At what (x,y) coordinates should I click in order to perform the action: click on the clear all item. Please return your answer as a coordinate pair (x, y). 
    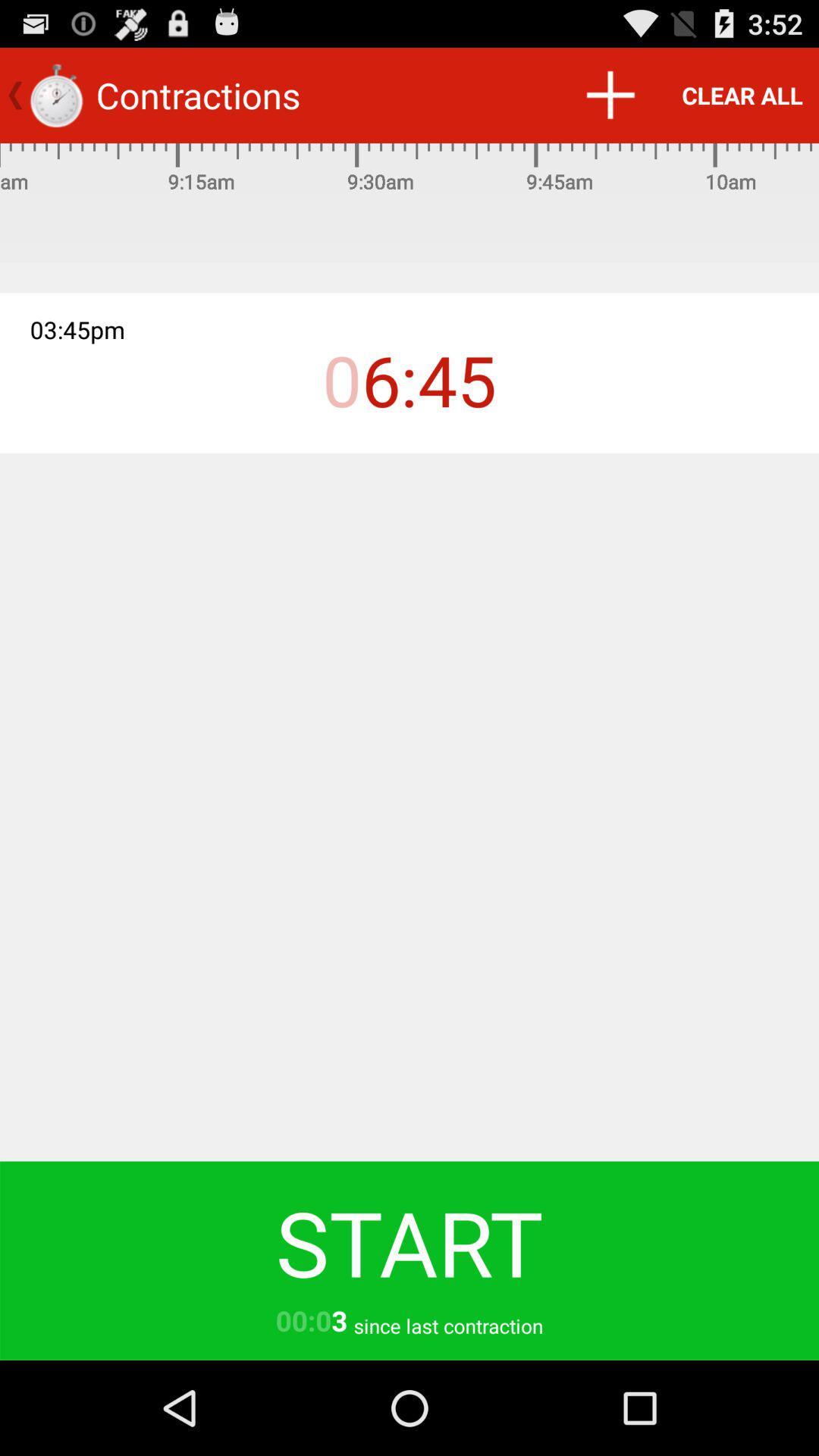
    Looking at the image, I should click on (742, 94).